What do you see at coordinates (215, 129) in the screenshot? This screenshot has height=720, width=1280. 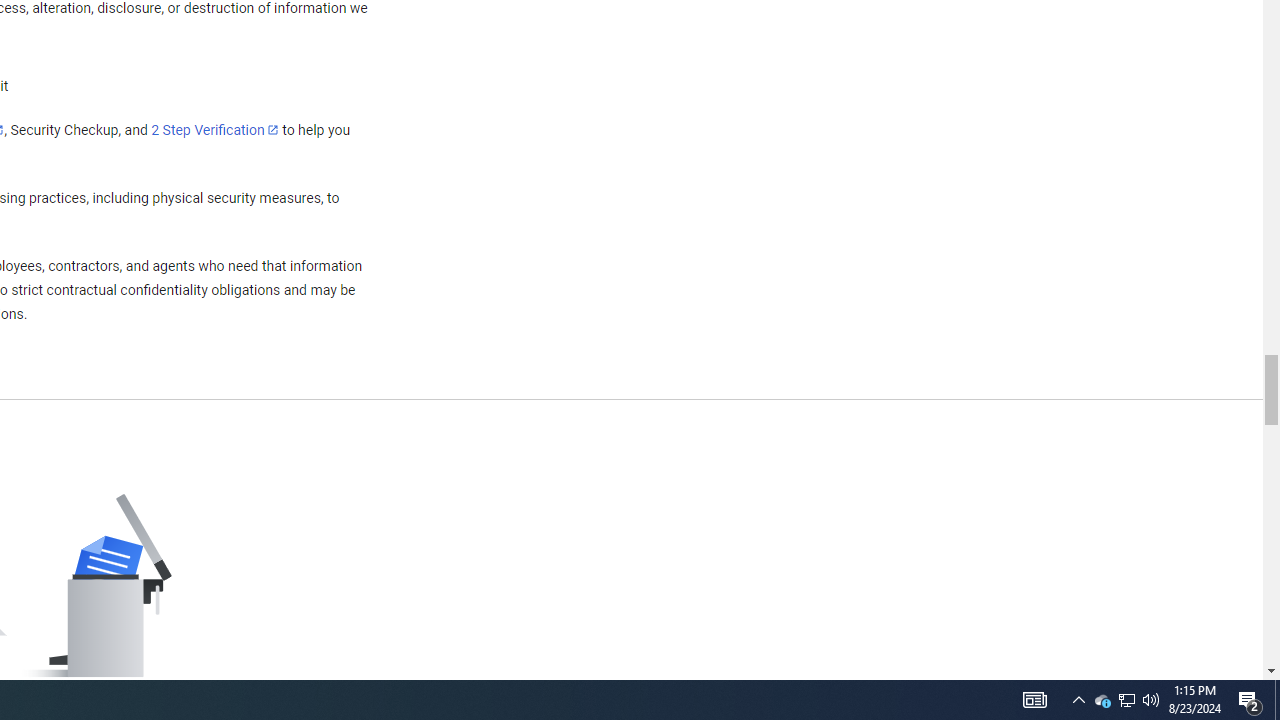 I see `'2 Step Verification'` at bounding box center [215, 129].